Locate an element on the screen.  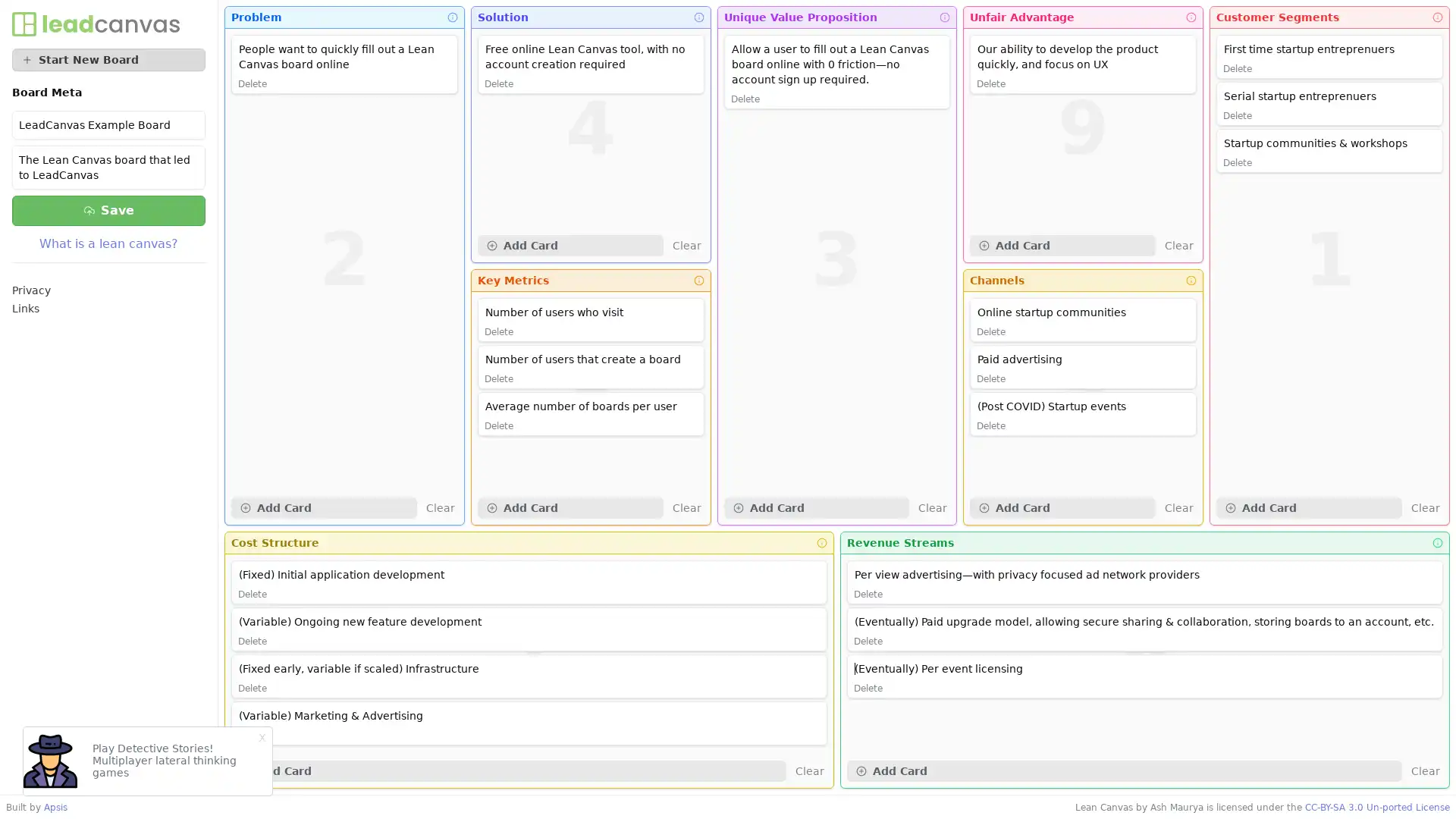
Delete is located at coordinates (252, 84).